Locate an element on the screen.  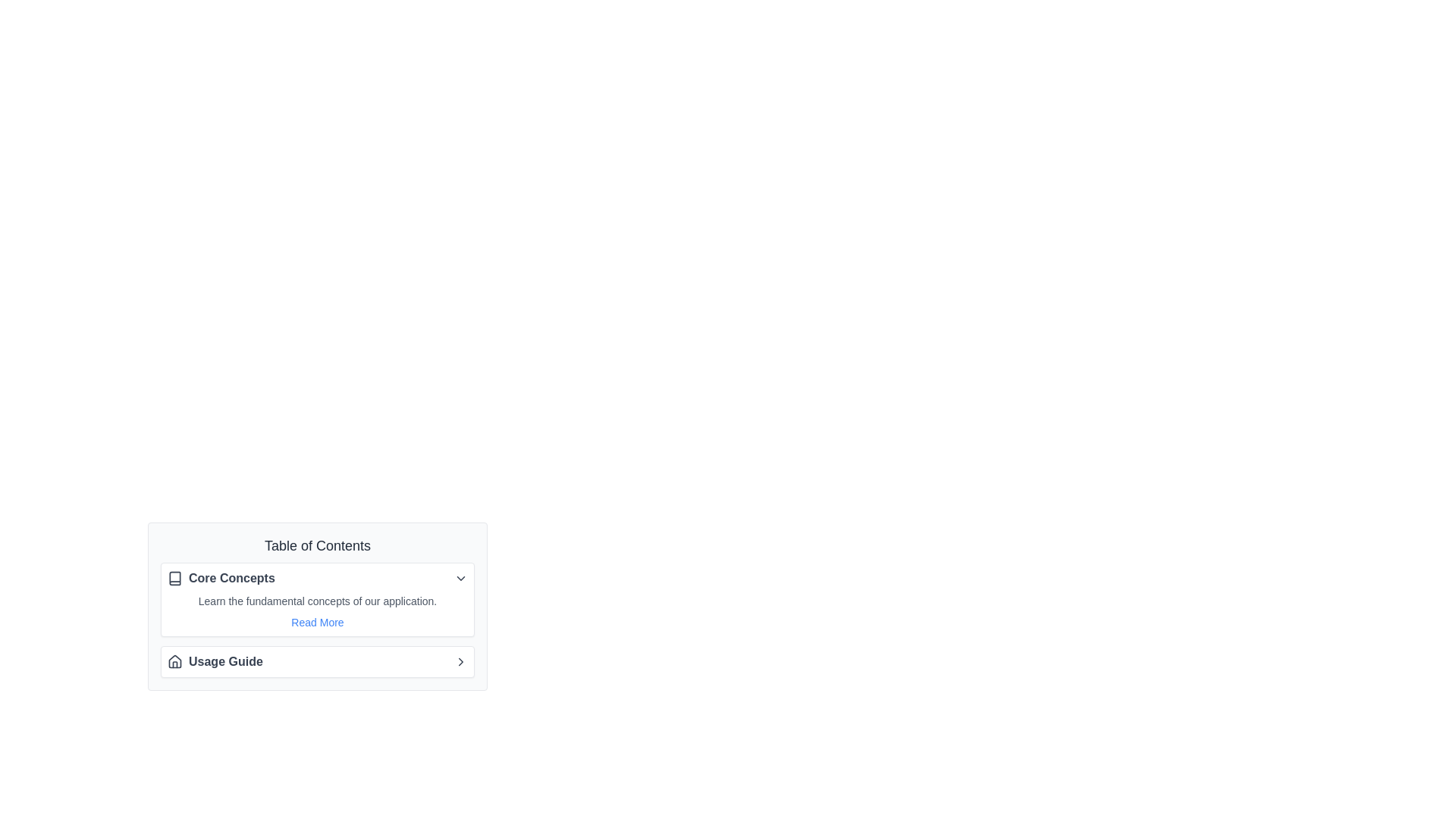
the house-shaped icon located to the left of the 'Usage Guide' text in the 'Table of Contents' section is located at coordinates (174, 661).